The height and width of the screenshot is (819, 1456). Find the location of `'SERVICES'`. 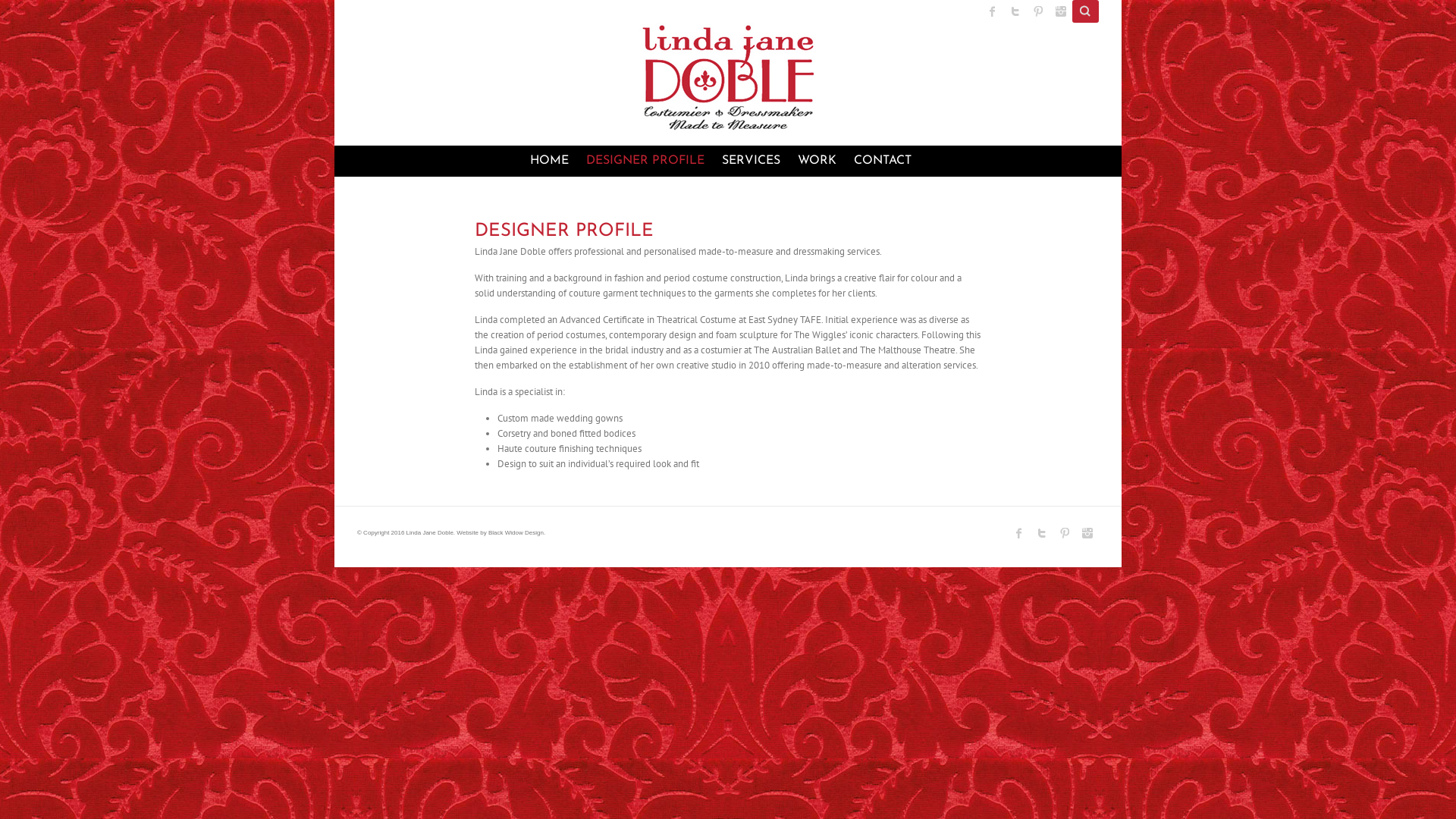

'SERVICES' is located at coordinates (751, 158).